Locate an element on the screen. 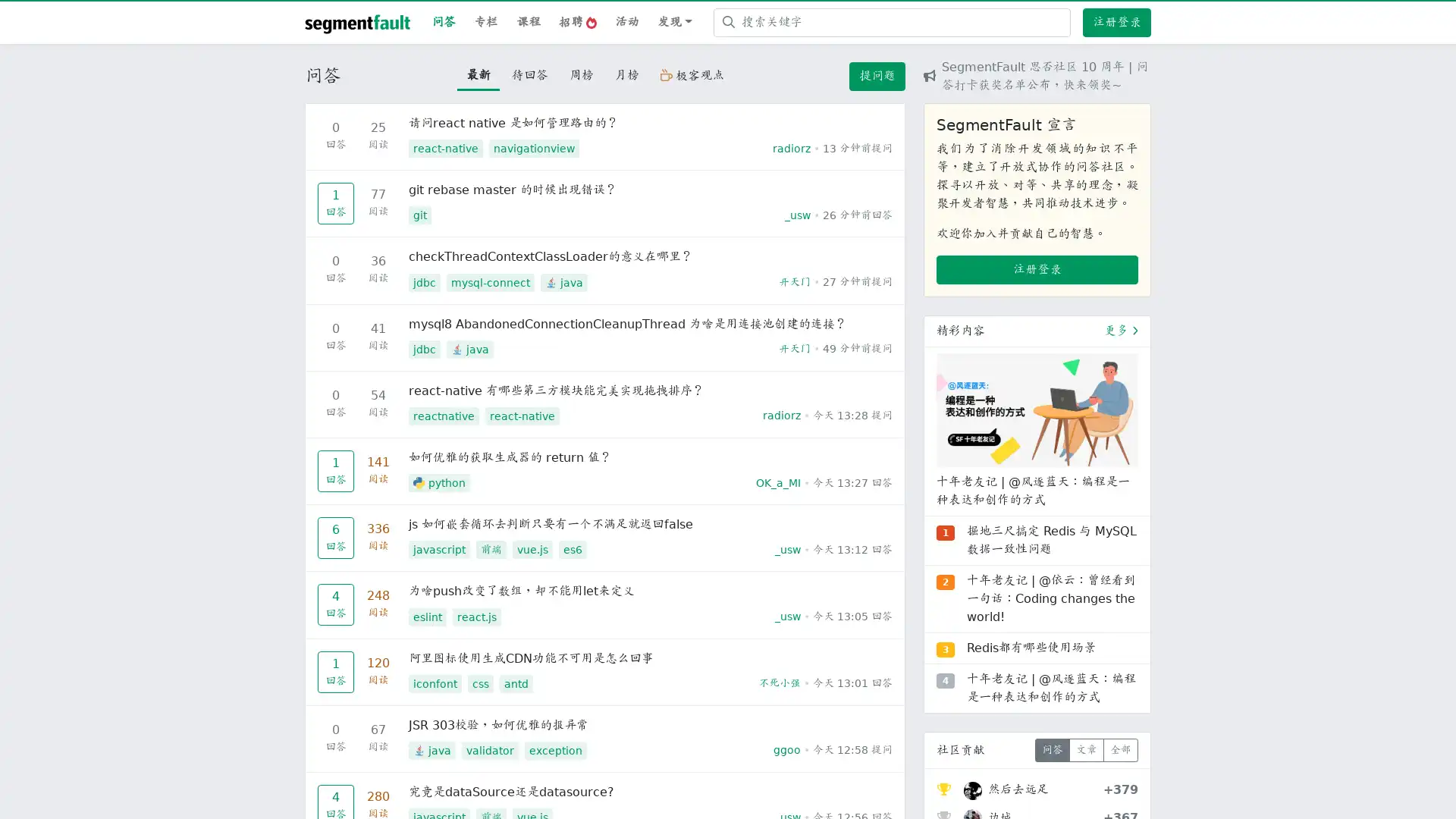 This screenshot has height=819, width=1456. Slide 2 is located at coordinates (1037, 626).